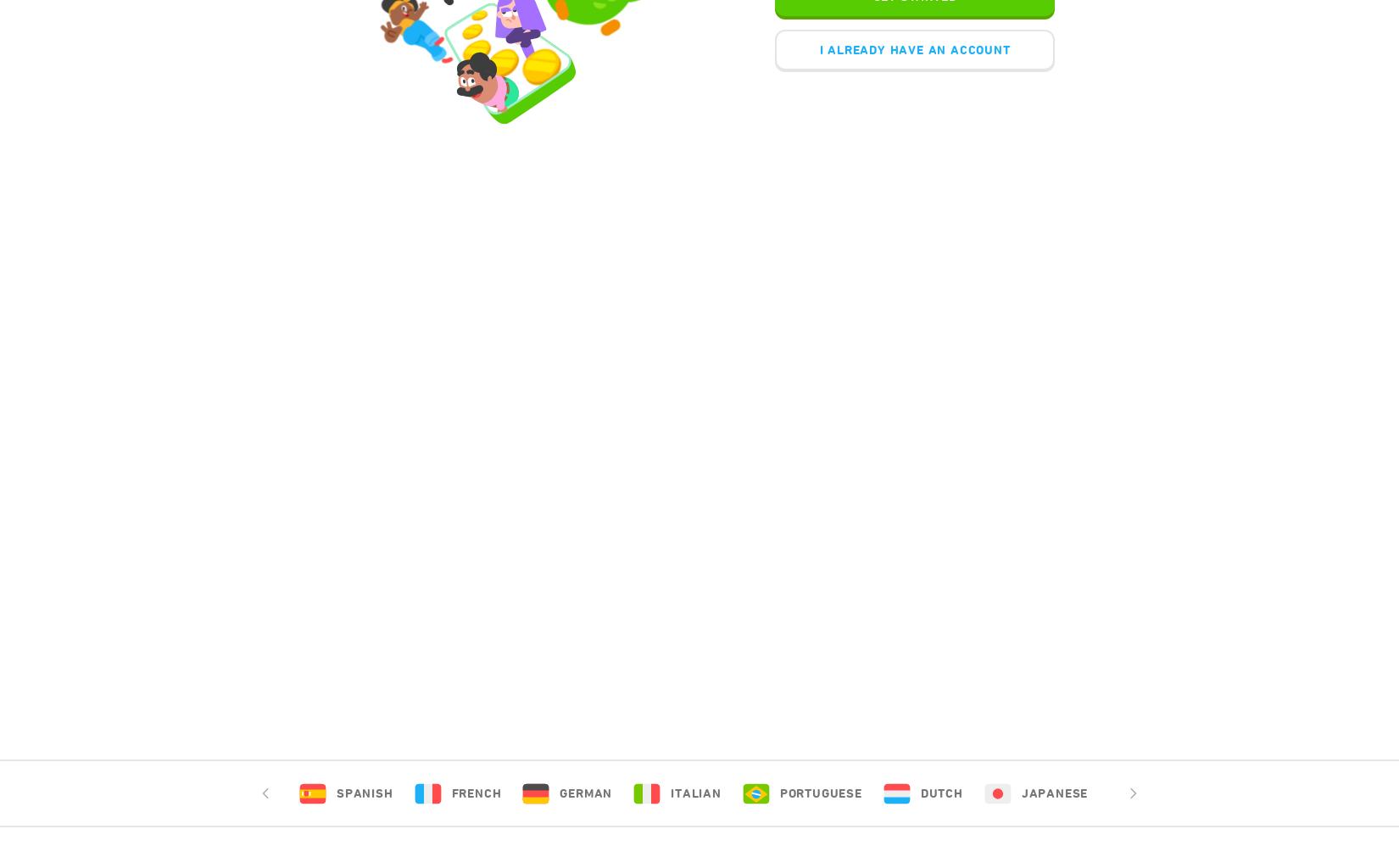 This screenshot has width=1399, height=868. What do you see at coordinates (820, 793) in the screenshot?
I see `'Portuguese'` at bounding box center [820, 793].